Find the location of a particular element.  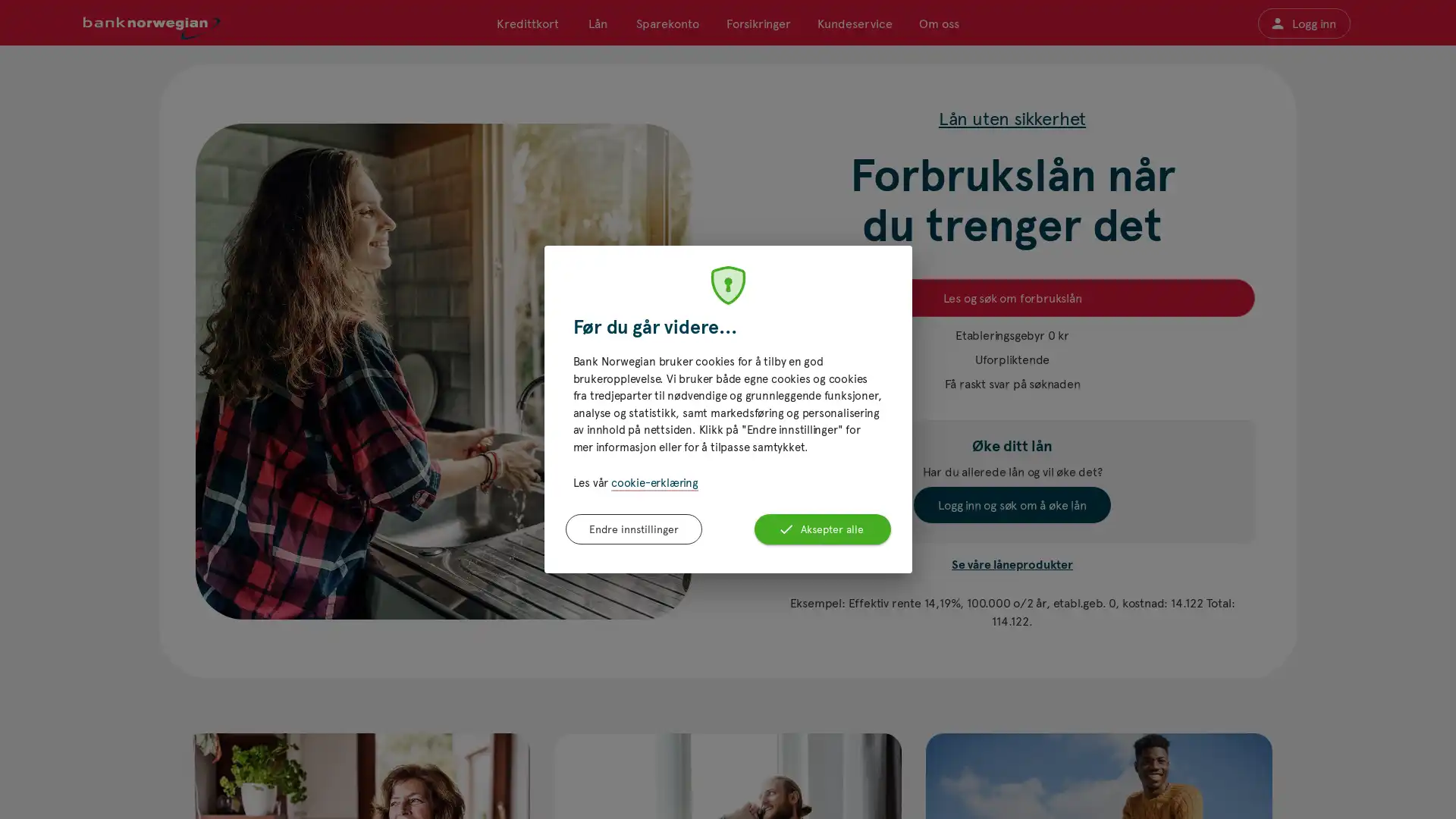

Logg inn is located at coordinates (1303, 23).